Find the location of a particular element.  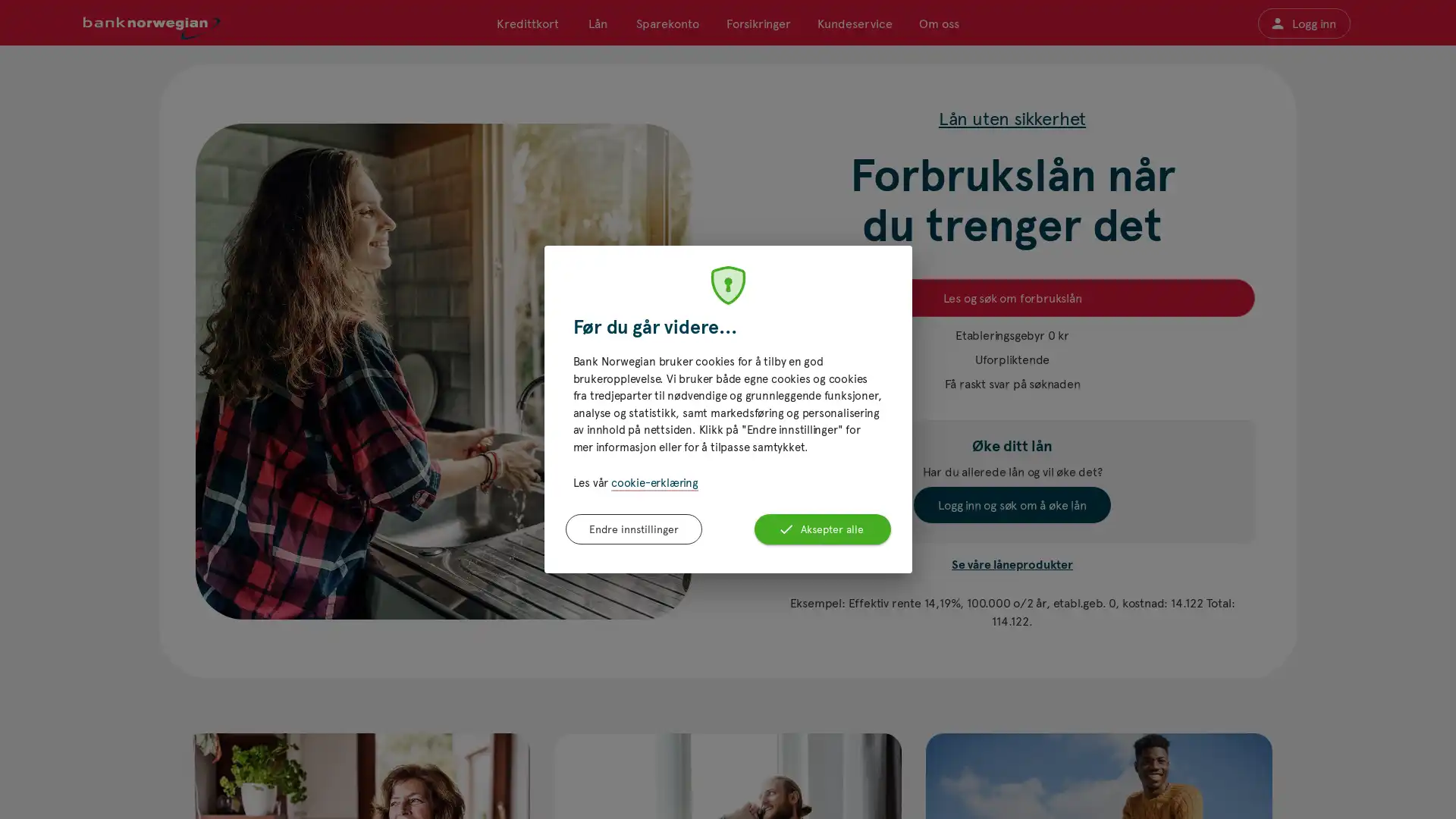

Logg inn is located at coordinates (1303, 23).